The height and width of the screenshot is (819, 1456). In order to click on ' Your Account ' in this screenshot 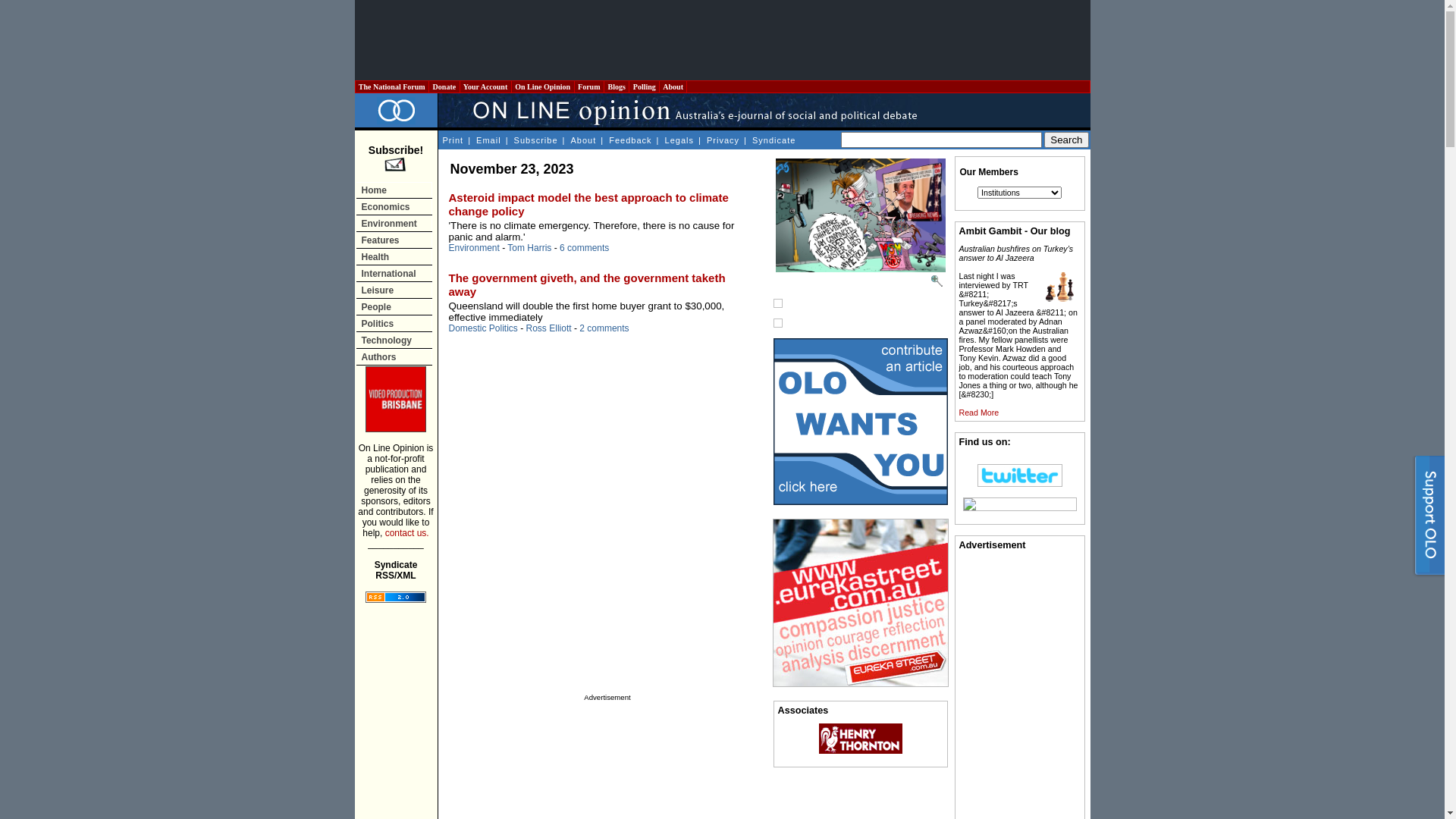, I will do `click(485, 86)`.